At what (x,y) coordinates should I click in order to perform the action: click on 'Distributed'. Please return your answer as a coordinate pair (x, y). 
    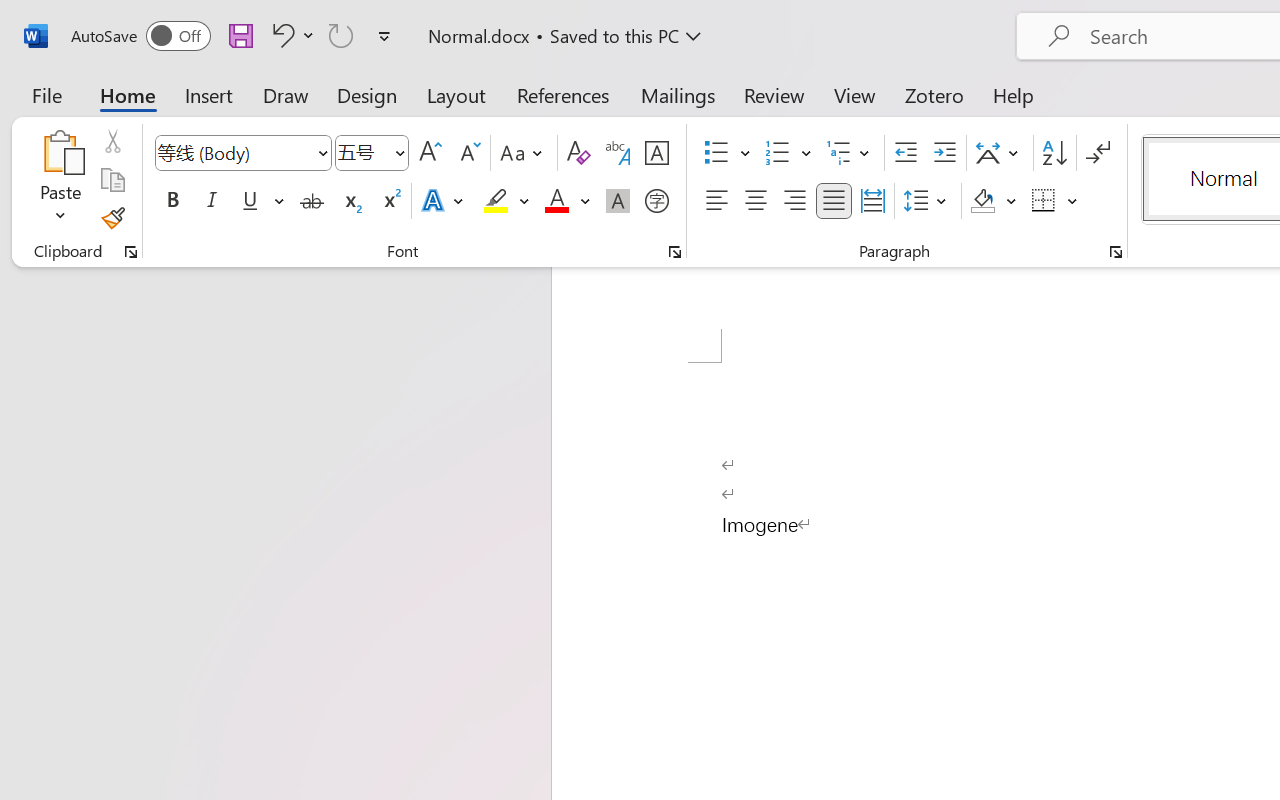
    Looking at the image, I should click on (872, 201).